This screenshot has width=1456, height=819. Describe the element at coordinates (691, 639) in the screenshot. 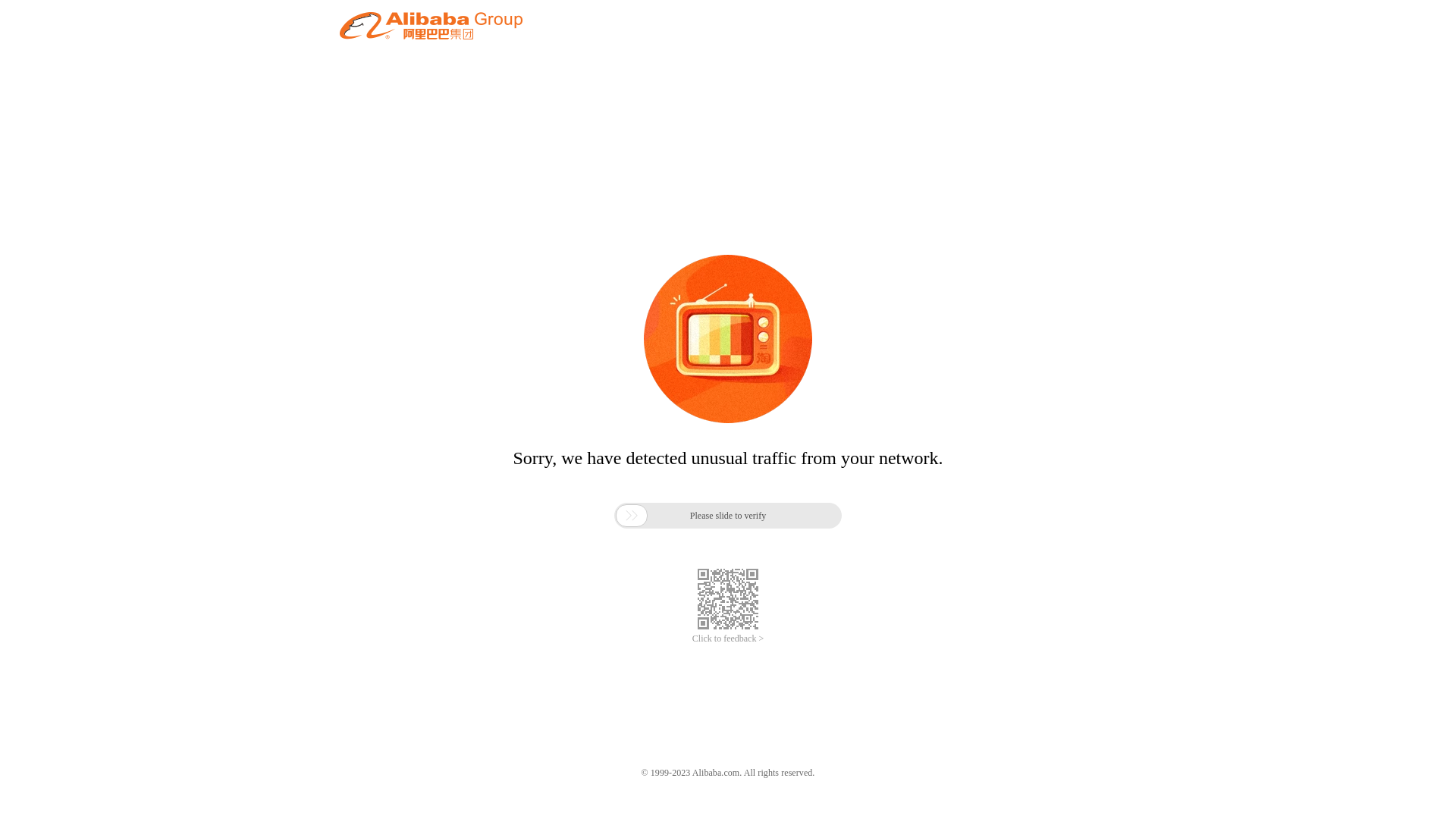

I see `'Click to feedback >'` at that location.